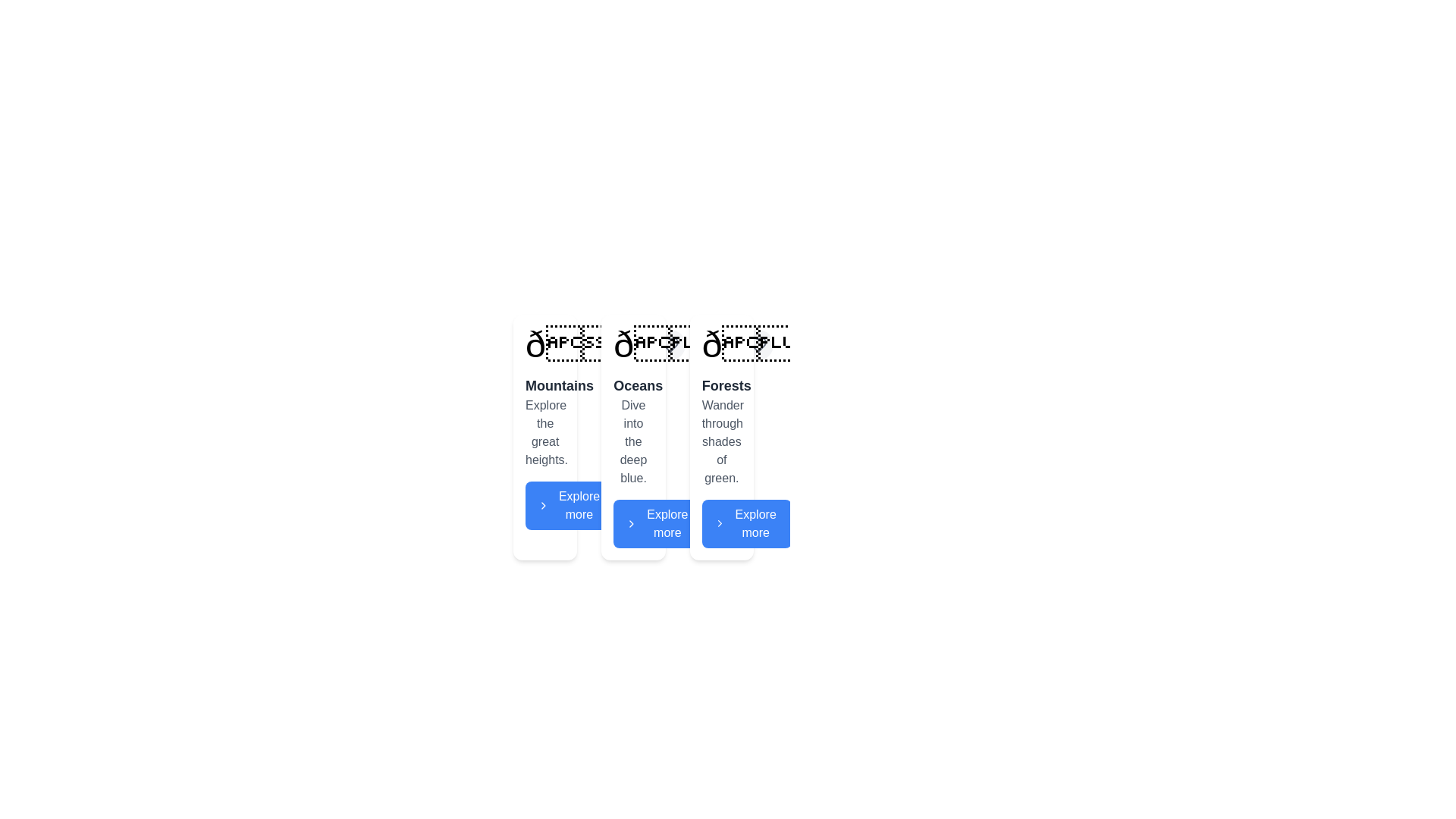  I want to click on the third heading text in the card that indicates content about forests, positioned below an icon and above a descriptive text box, so click(720, 385).